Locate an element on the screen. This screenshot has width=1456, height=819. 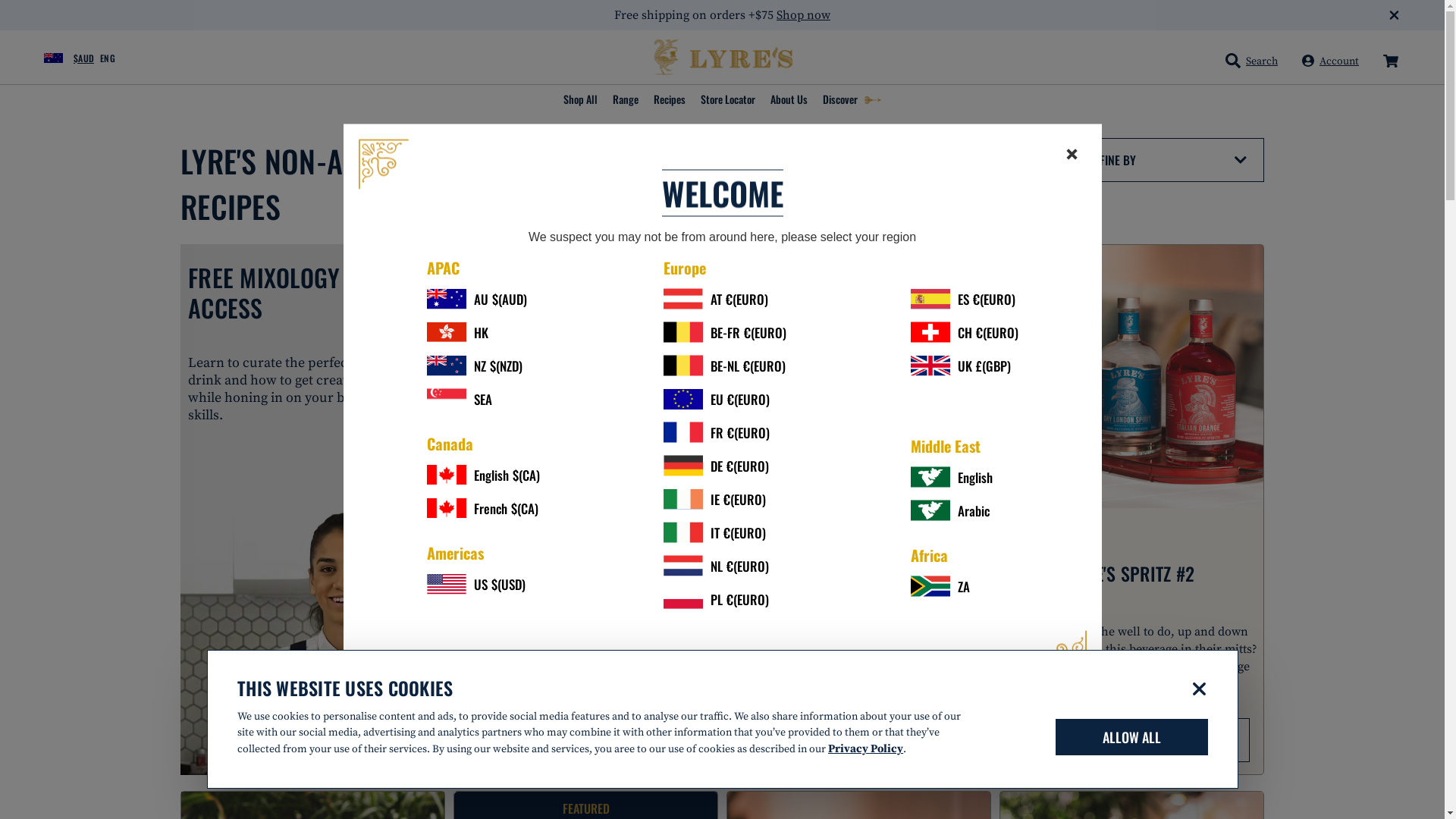
'VIEW RECIPE' is located at coordinates (1131, 739).